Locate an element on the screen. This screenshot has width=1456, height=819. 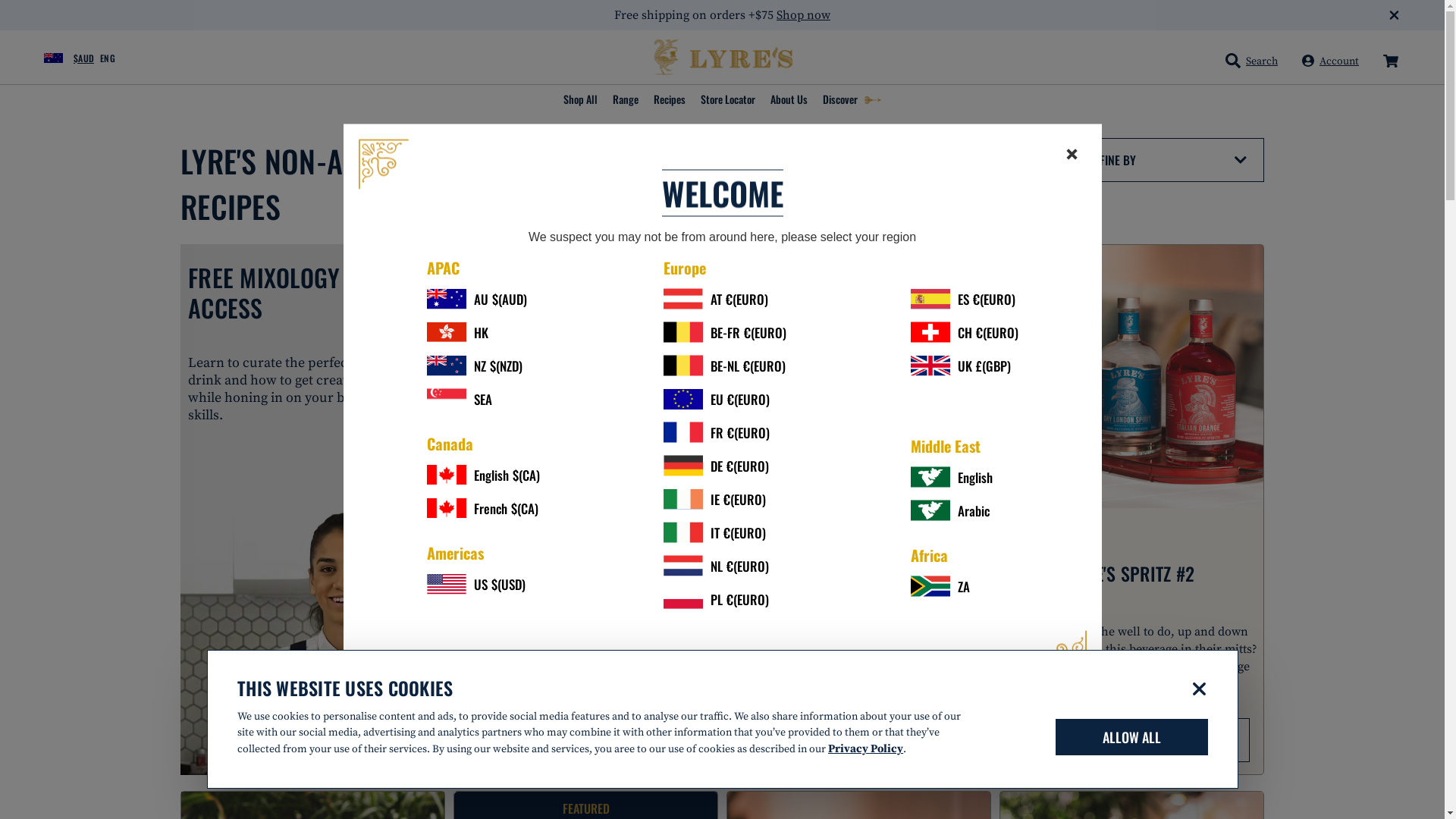
'VIEW RECIPE' is located at coordinates (1131, 739).